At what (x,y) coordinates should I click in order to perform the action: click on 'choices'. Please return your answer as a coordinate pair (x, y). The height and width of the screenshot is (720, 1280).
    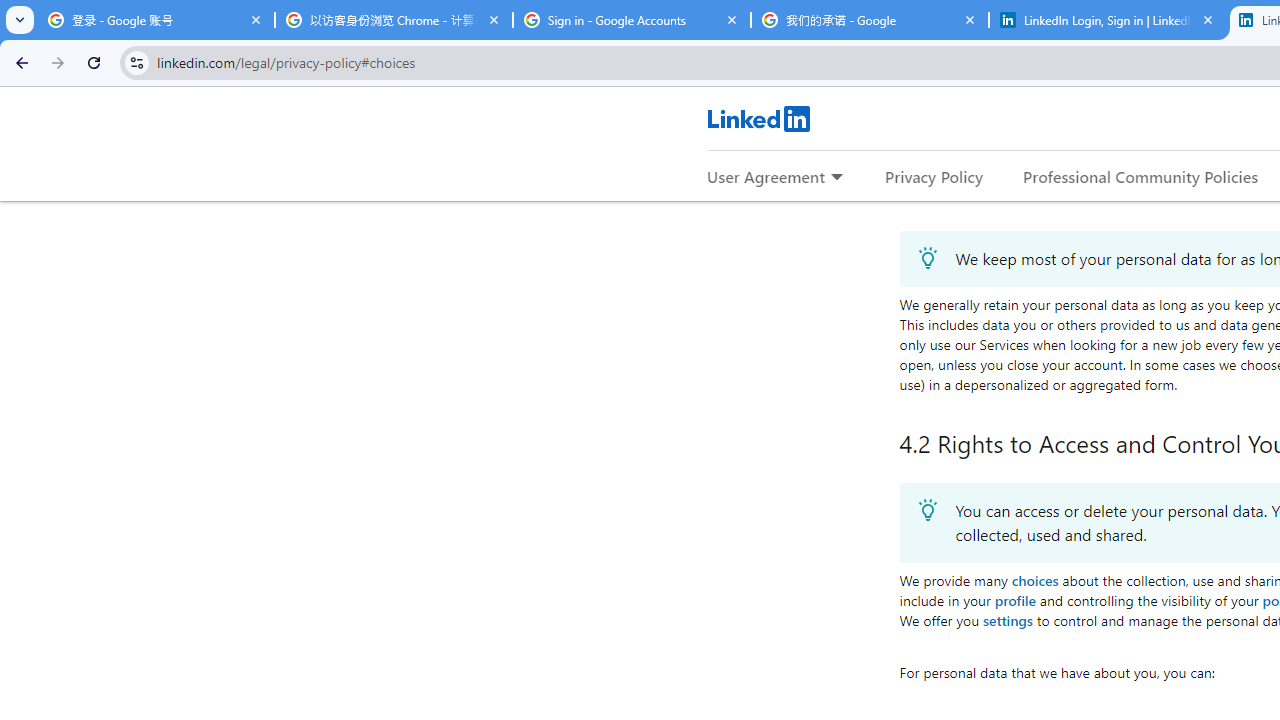
    Looking at the image, I should click on (1034, 579).